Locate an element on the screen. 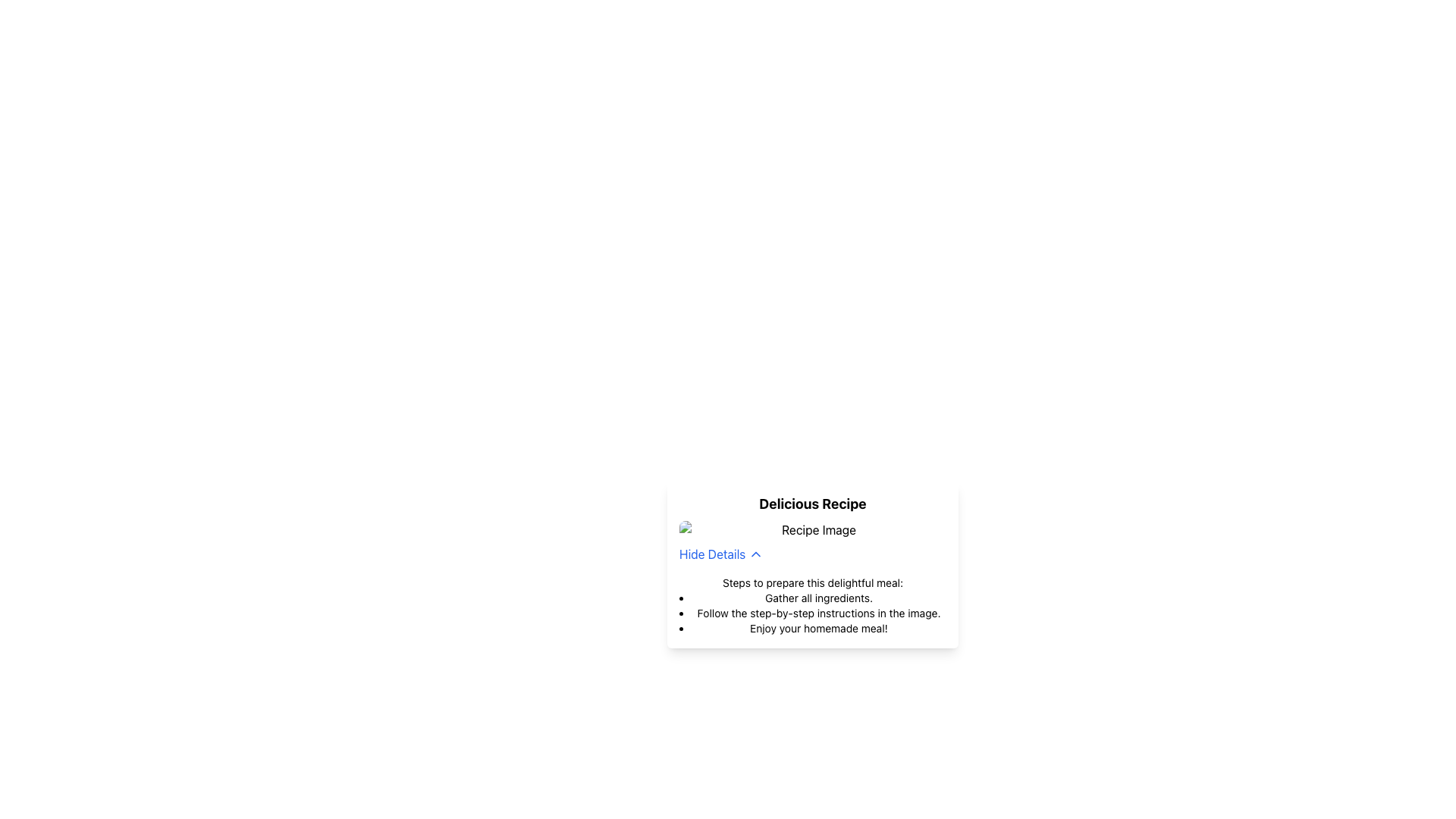  the text element that reads 'Follow the step-by-step instructions in the image.' which is the second item in a three-point bulleted list under the heading 'Steps to prepare this delightful meal.' is located at coordinates (818, 613).